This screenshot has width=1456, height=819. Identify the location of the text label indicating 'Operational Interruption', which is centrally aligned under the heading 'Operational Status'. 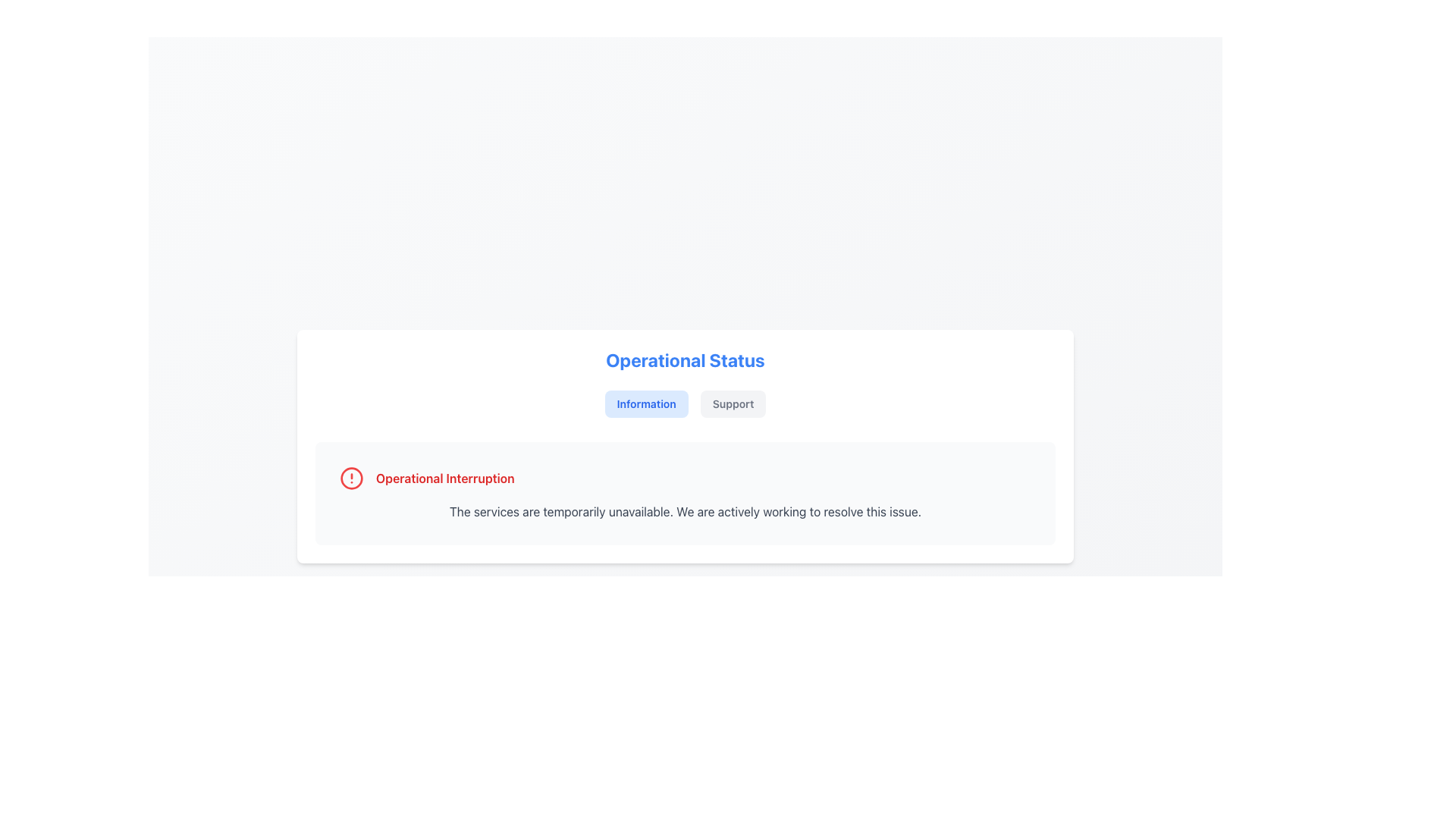
(444, 479).